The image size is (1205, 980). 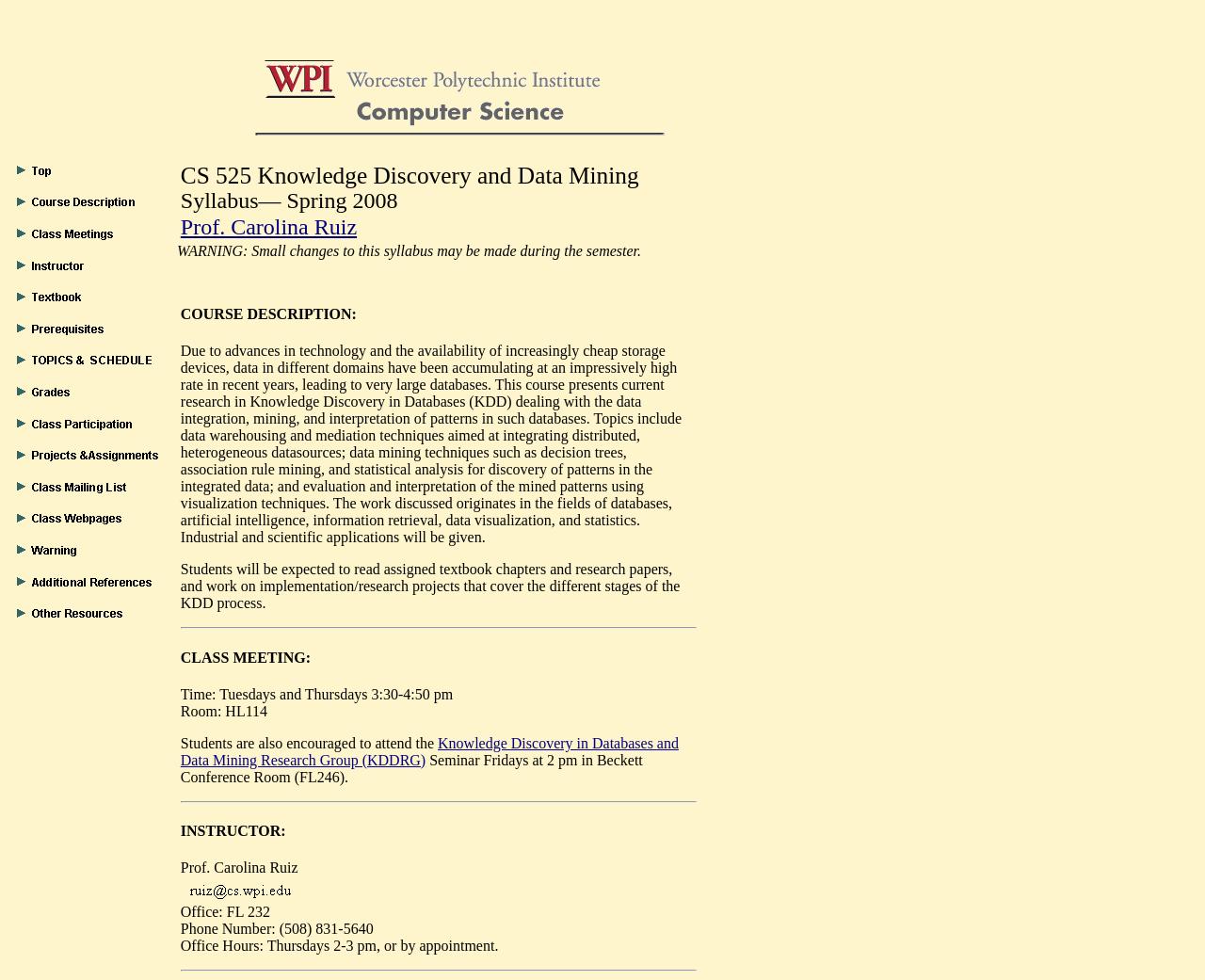 I want to click on 'COURSE DESCRIPTION:', so click(x=266, y=313).